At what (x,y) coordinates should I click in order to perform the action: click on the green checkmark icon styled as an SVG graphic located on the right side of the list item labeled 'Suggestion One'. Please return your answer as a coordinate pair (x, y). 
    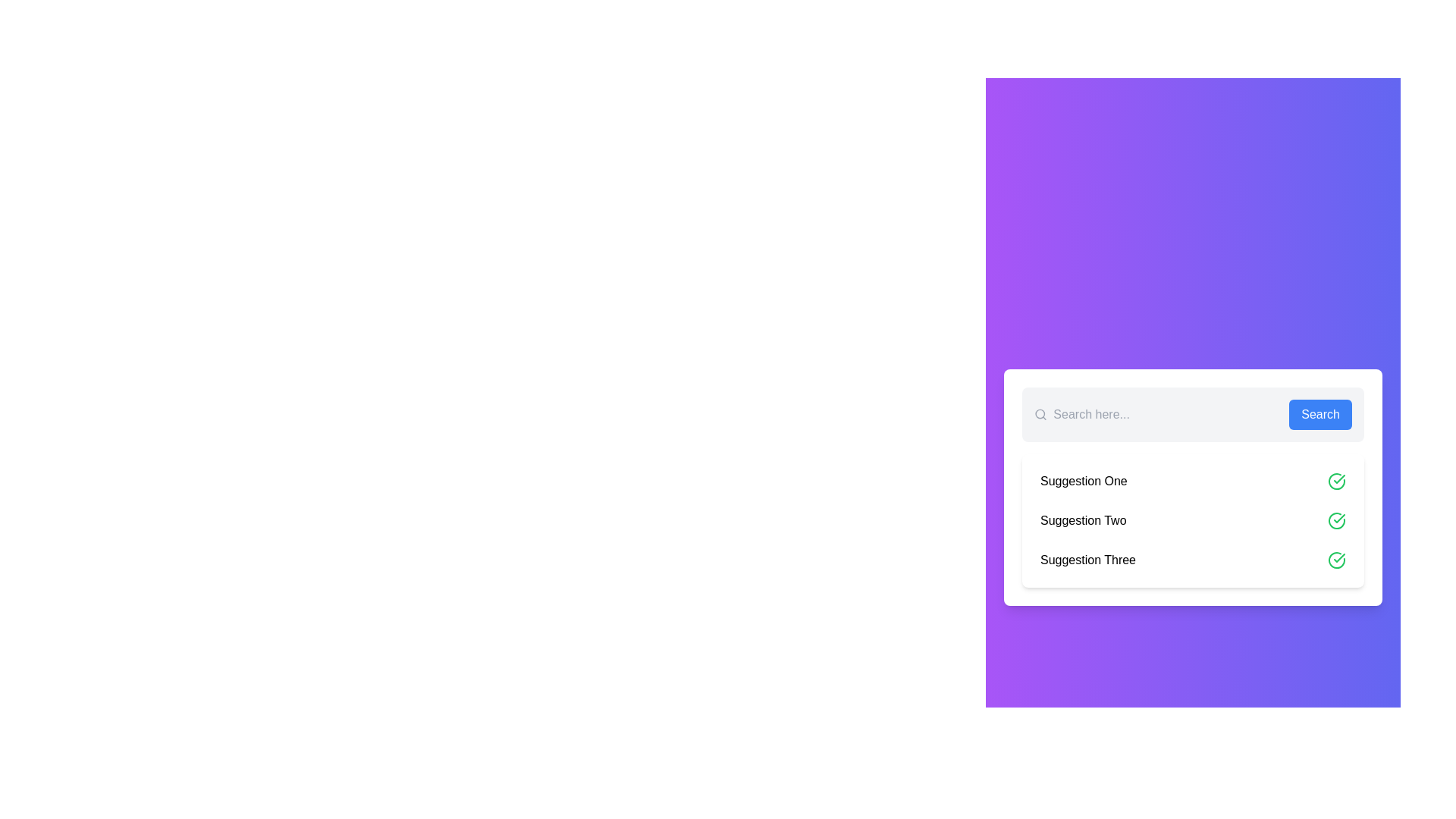
    Looking at the image, I should click on (1336, 482).